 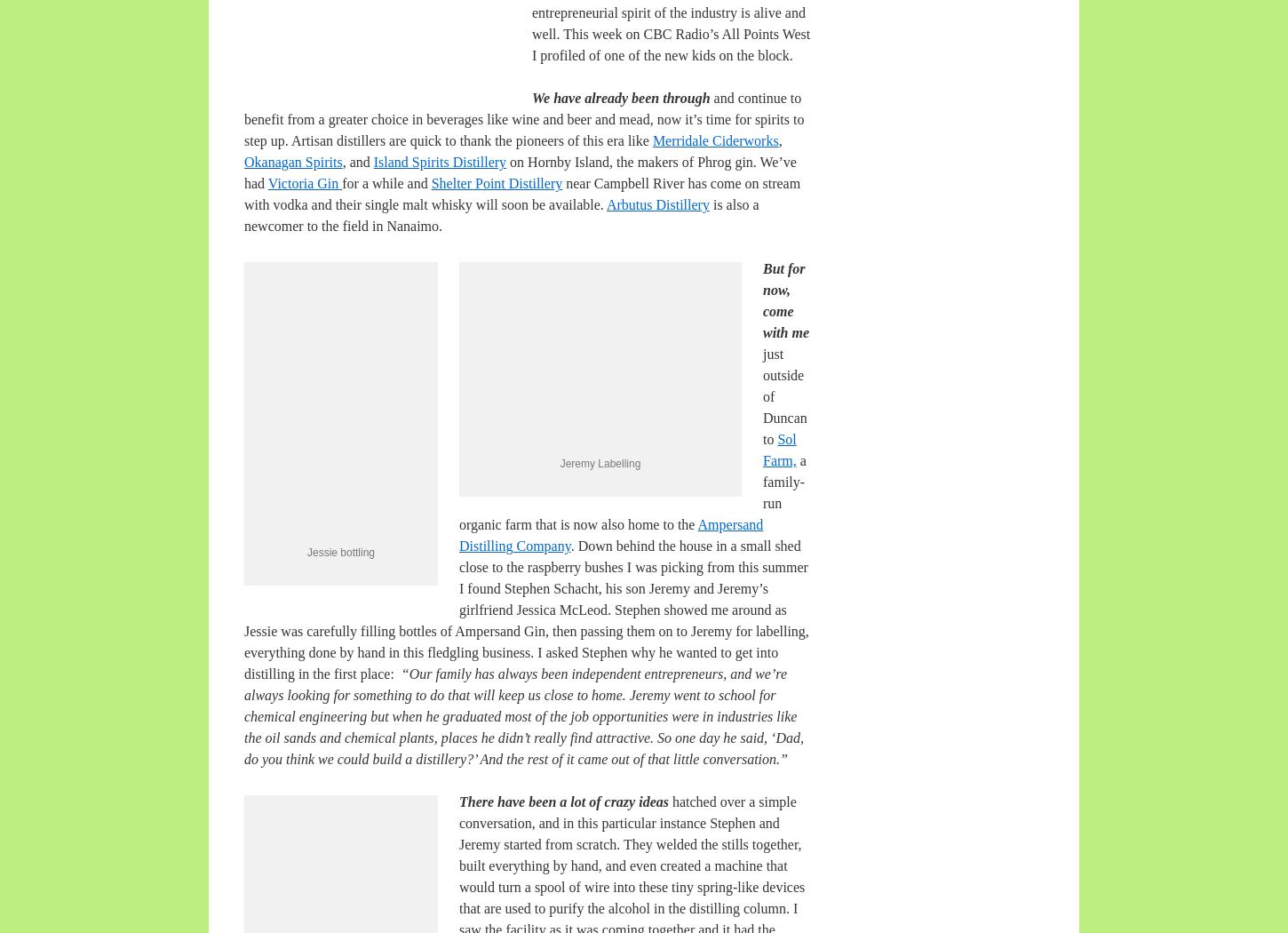 I want to click on 'But for now, come with me', so click(x=784, y=300).